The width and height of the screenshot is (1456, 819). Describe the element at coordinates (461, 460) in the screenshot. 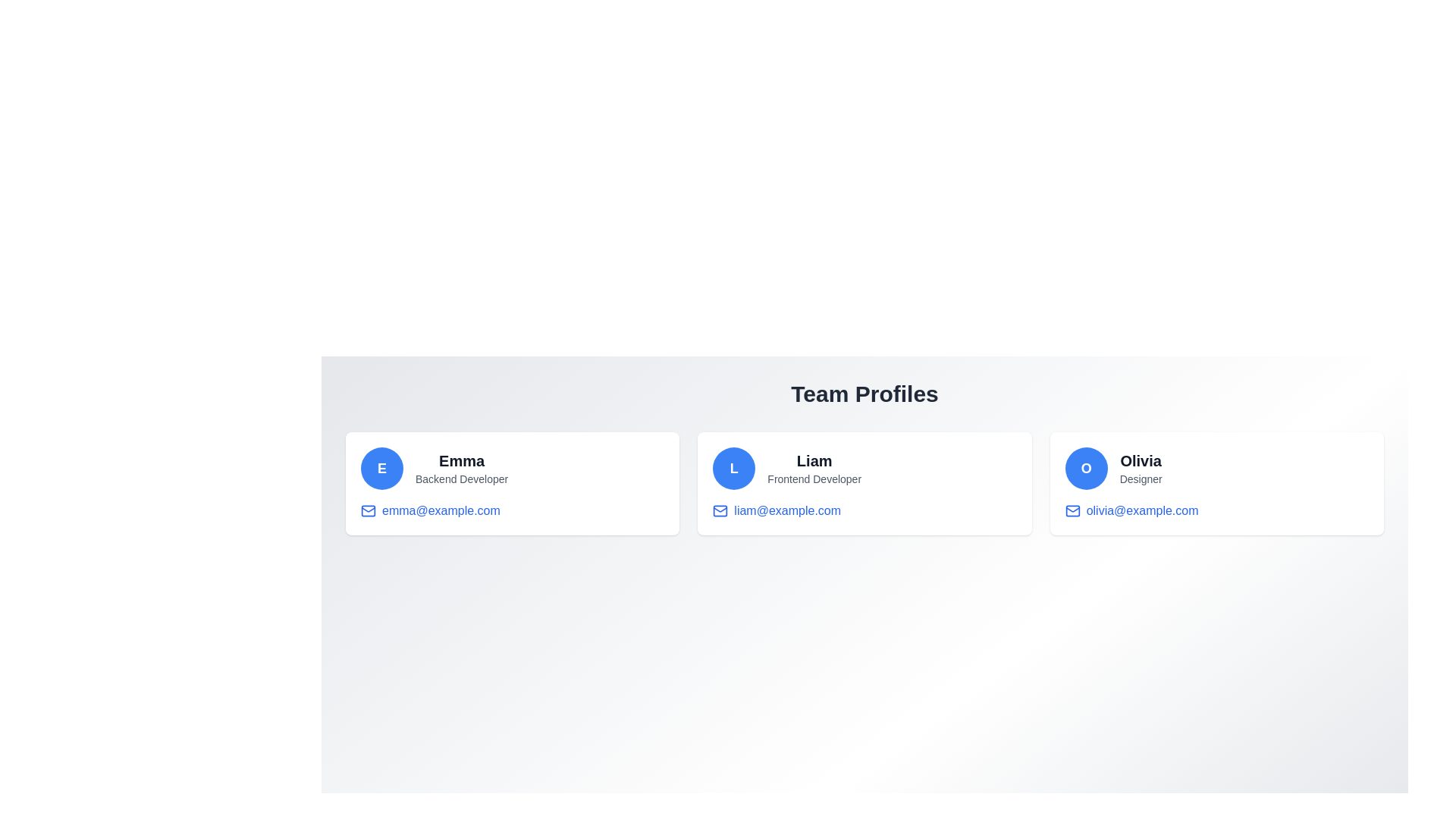

I see `the text label displaying the user's name 'Emma' in the user profile card located in the top-left cell of the grid layout` at that location.